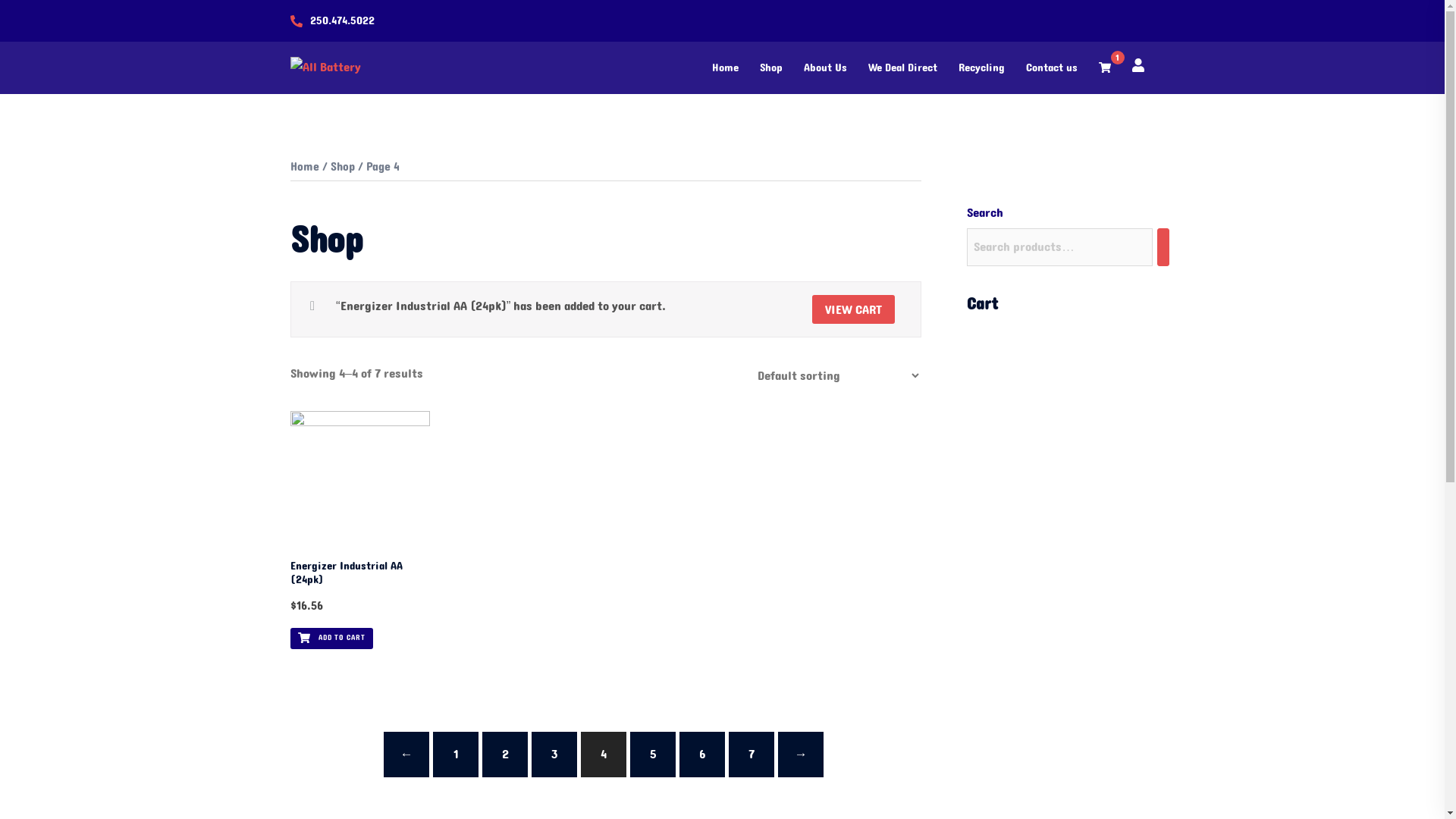 The width and height of the screenshot is (1456, 819). I want to click on '7', so click(751, 755).